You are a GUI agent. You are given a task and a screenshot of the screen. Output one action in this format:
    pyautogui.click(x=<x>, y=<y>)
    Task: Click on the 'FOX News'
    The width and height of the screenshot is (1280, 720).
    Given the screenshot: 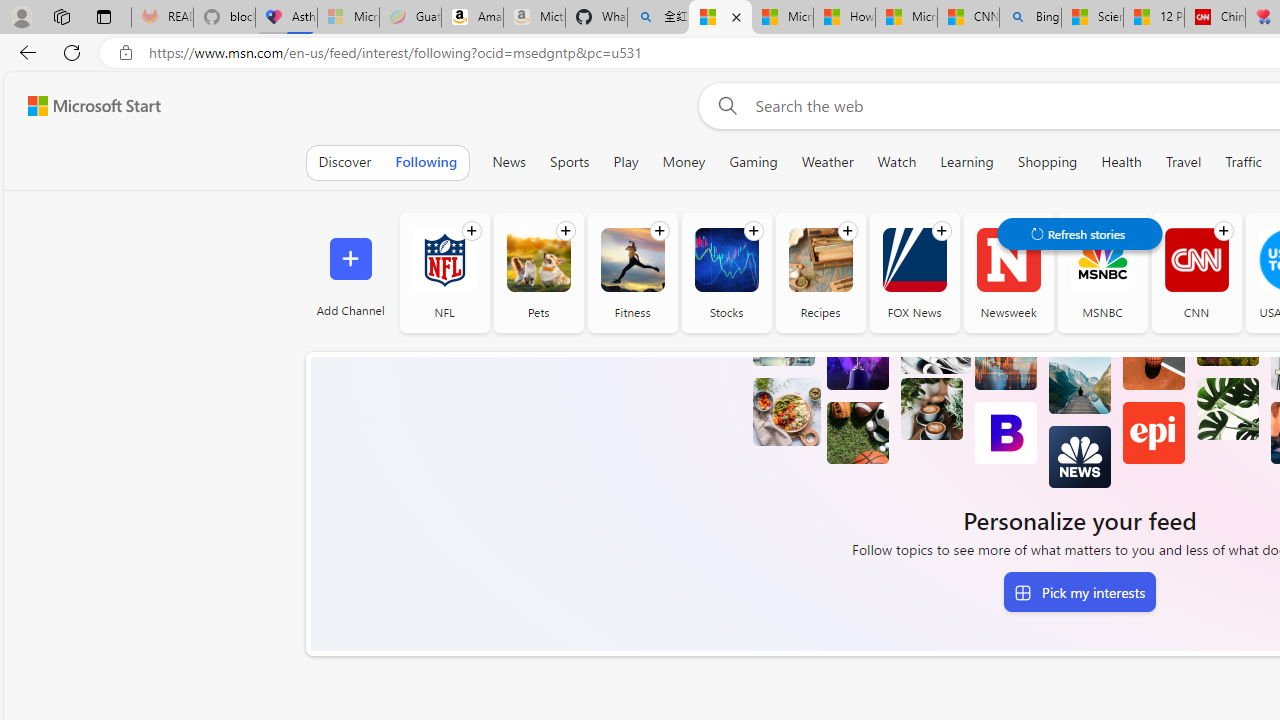 What is the action you would take?
    pyautogui.click(x=913, y=259)
    